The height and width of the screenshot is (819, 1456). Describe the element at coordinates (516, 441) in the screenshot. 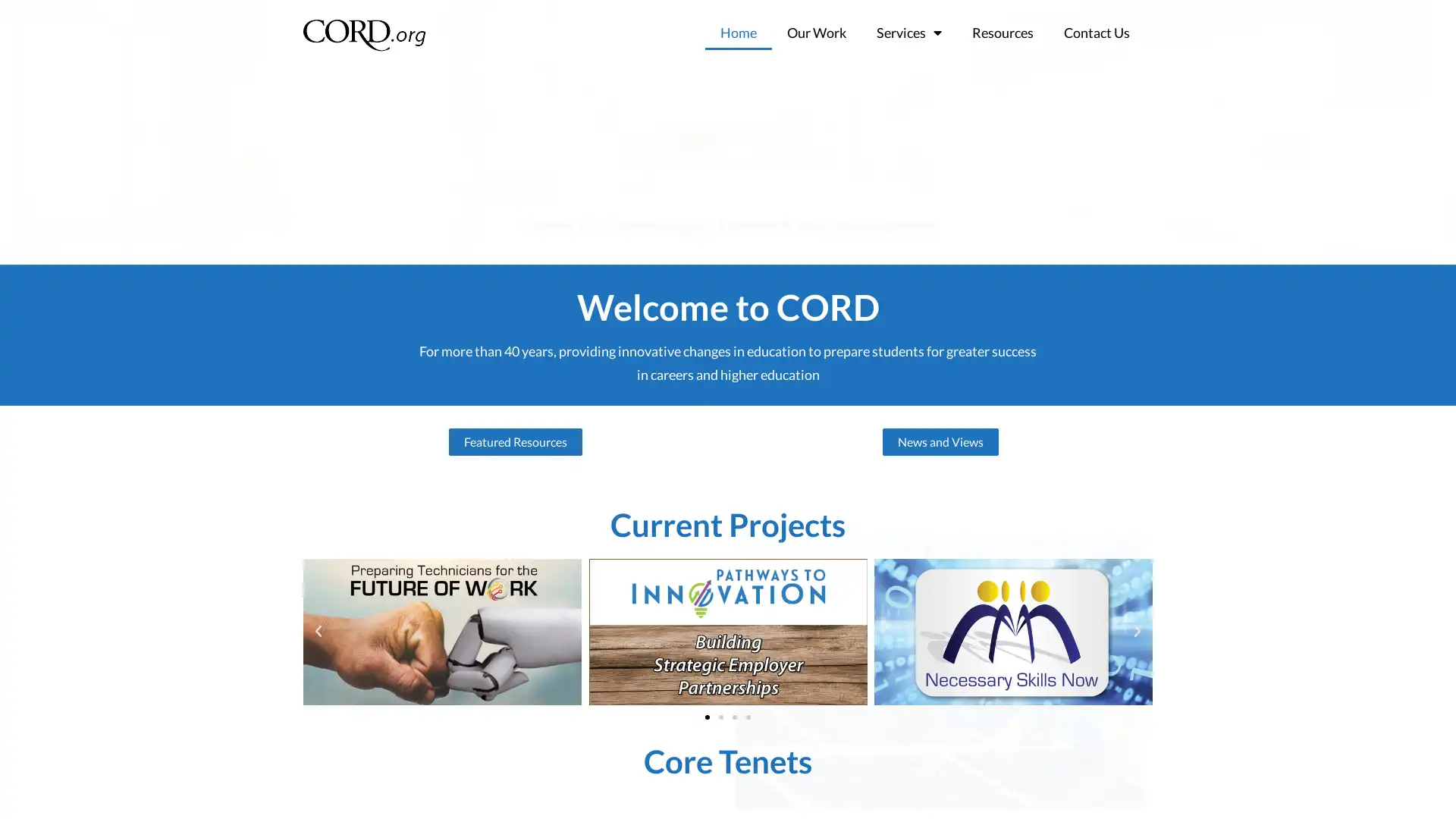

I see `Featured Resources` at that location.